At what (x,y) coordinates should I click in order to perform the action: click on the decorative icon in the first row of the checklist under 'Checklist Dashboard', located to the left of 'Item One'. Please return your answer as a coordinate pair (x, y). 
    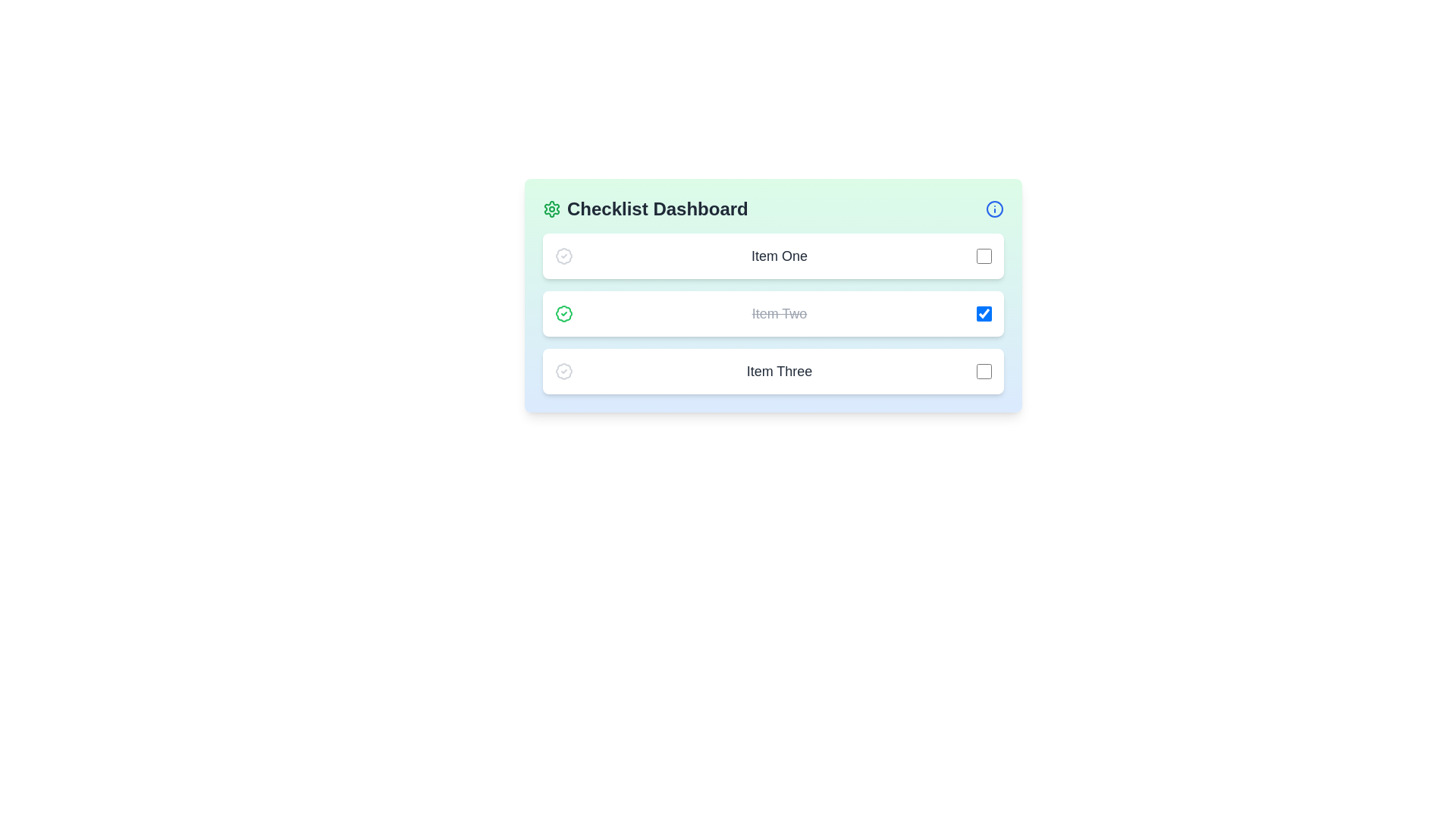
    Looking at the image, I should click on (563, 256).